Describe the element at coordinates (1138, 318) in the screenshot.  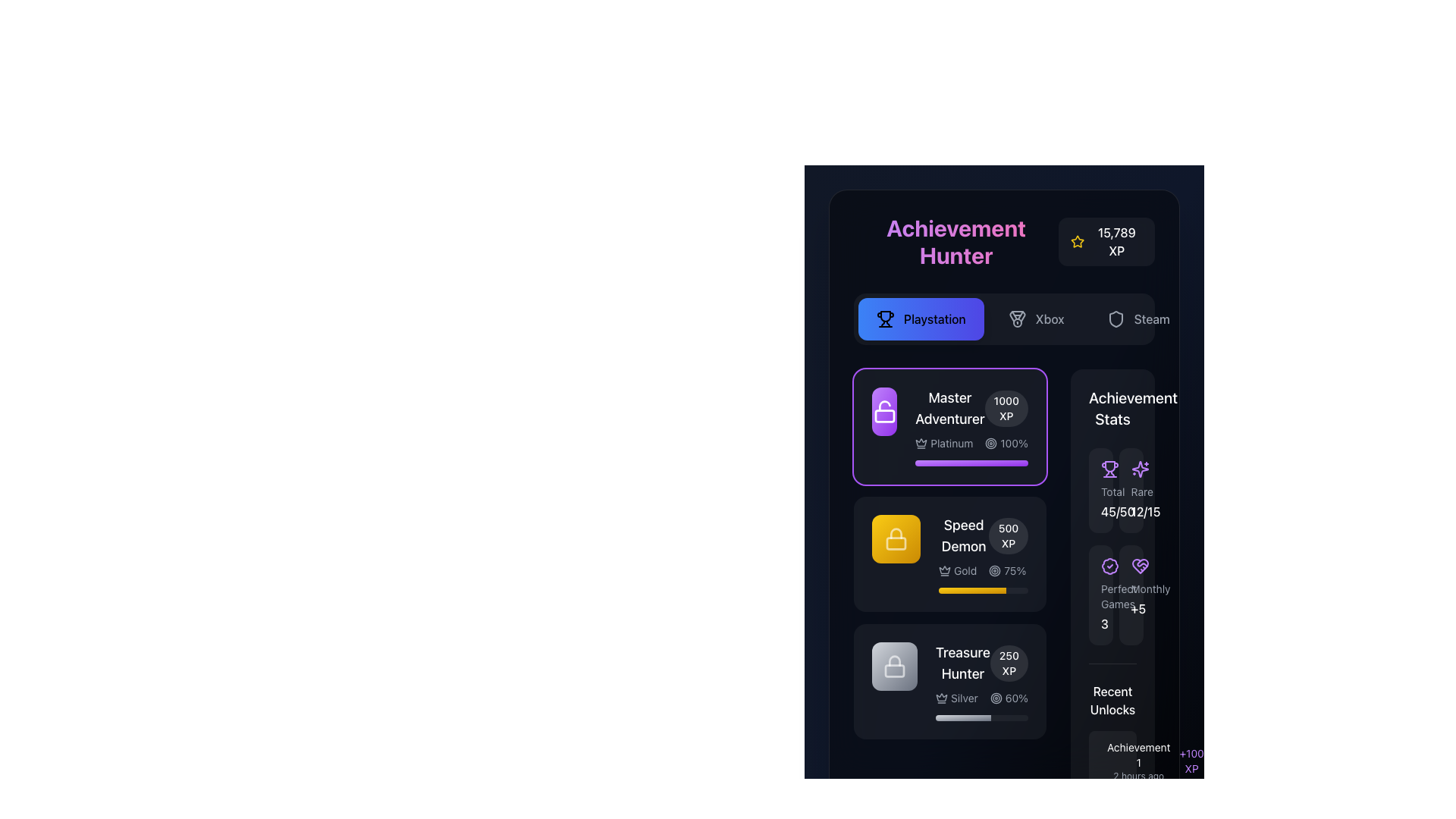
I see `the 'Steam' button, which features a shield icon and is styled with a grayish color scheme` at that location.